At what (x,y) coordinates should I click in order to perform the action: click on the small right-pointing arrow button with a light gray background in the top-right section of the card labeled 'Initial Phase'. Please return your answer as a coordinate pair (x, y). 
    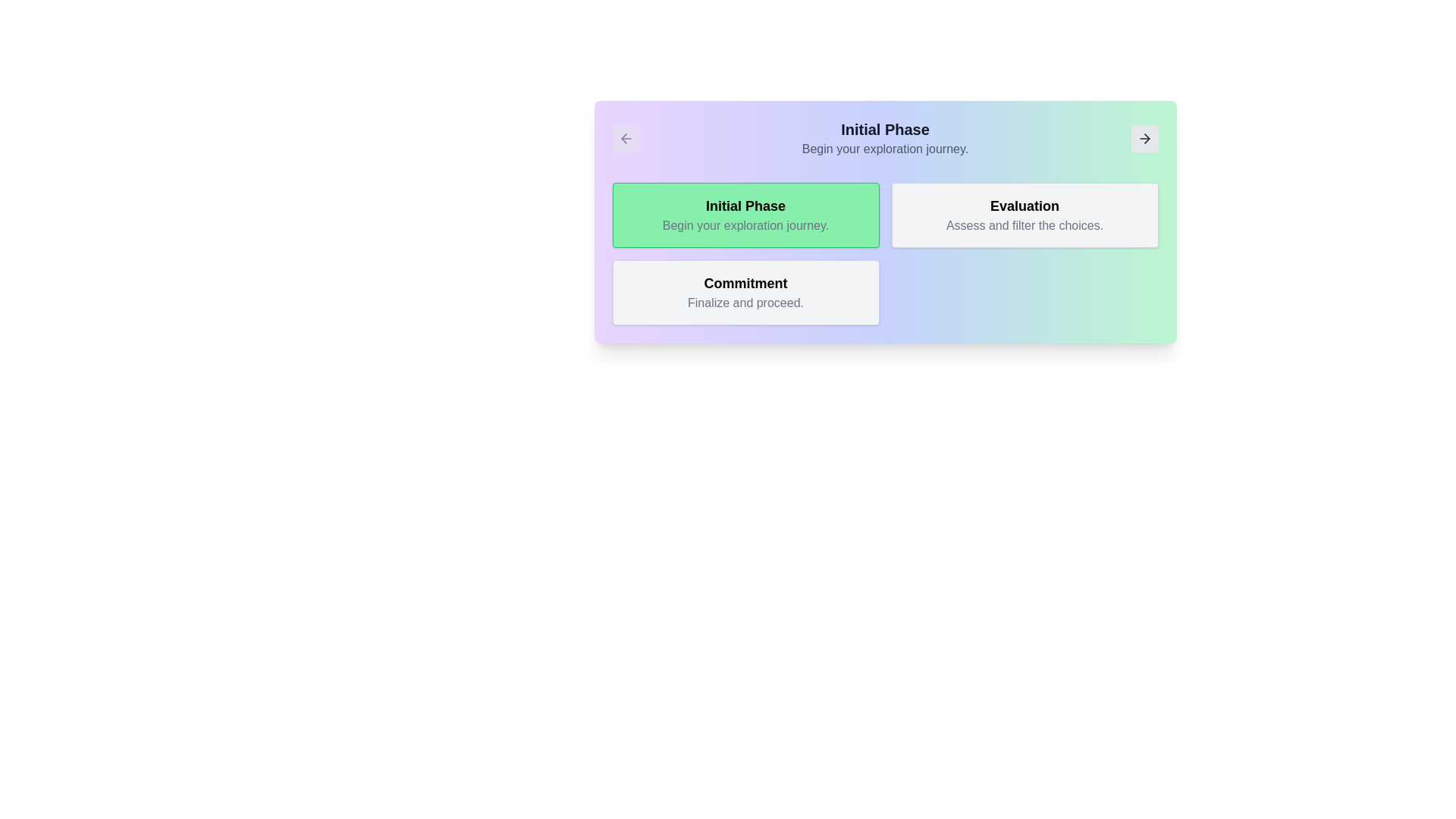
    Looking at the image, I should click on (1144, 138).